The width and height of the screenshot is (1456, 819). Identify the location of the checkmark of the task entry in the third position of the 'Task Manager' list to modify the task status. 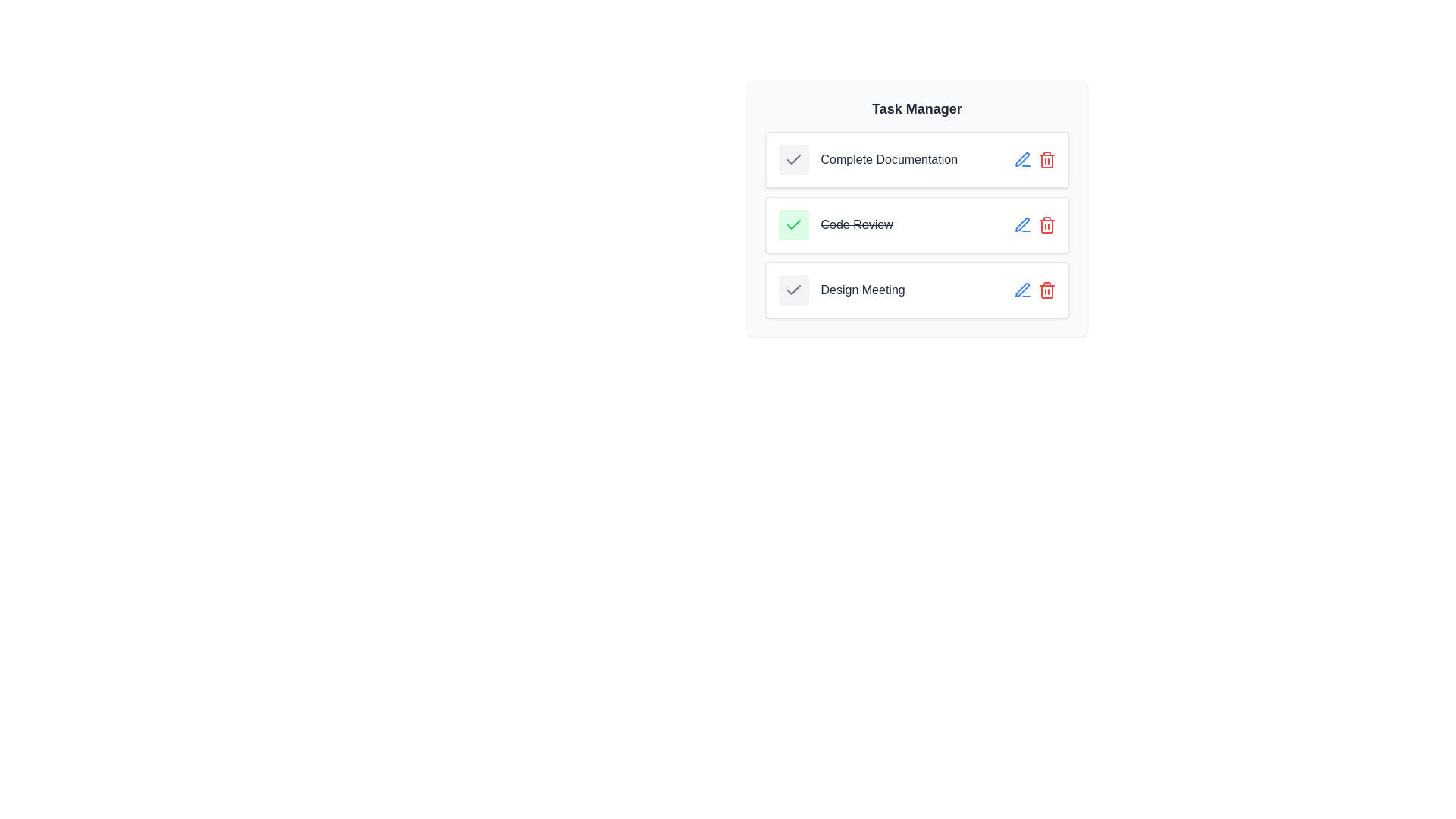
(916, 290).